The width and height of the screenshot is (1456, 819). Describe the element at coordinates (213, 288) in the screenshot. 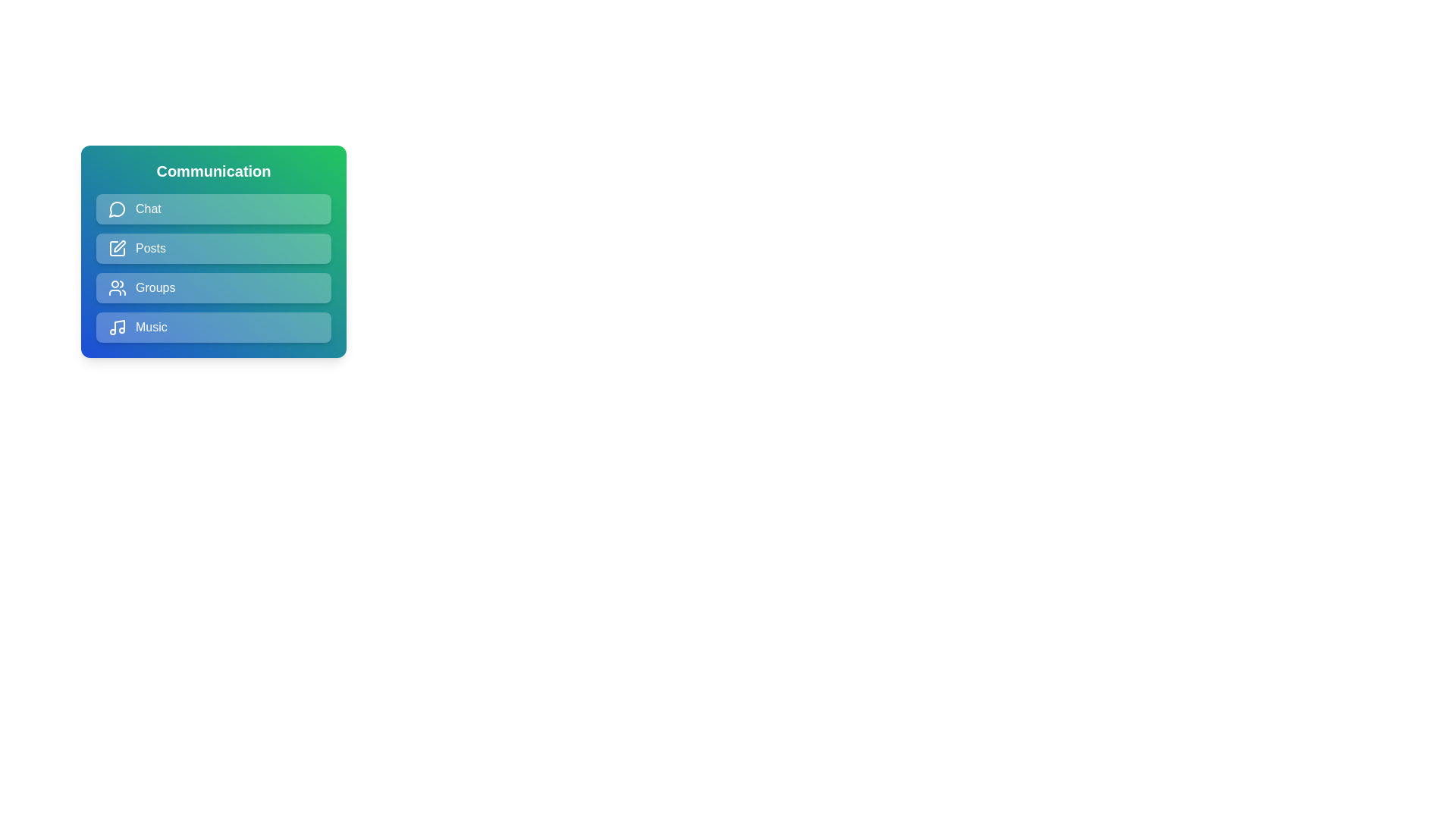

I see `the menu item labeled Groups` at that location.